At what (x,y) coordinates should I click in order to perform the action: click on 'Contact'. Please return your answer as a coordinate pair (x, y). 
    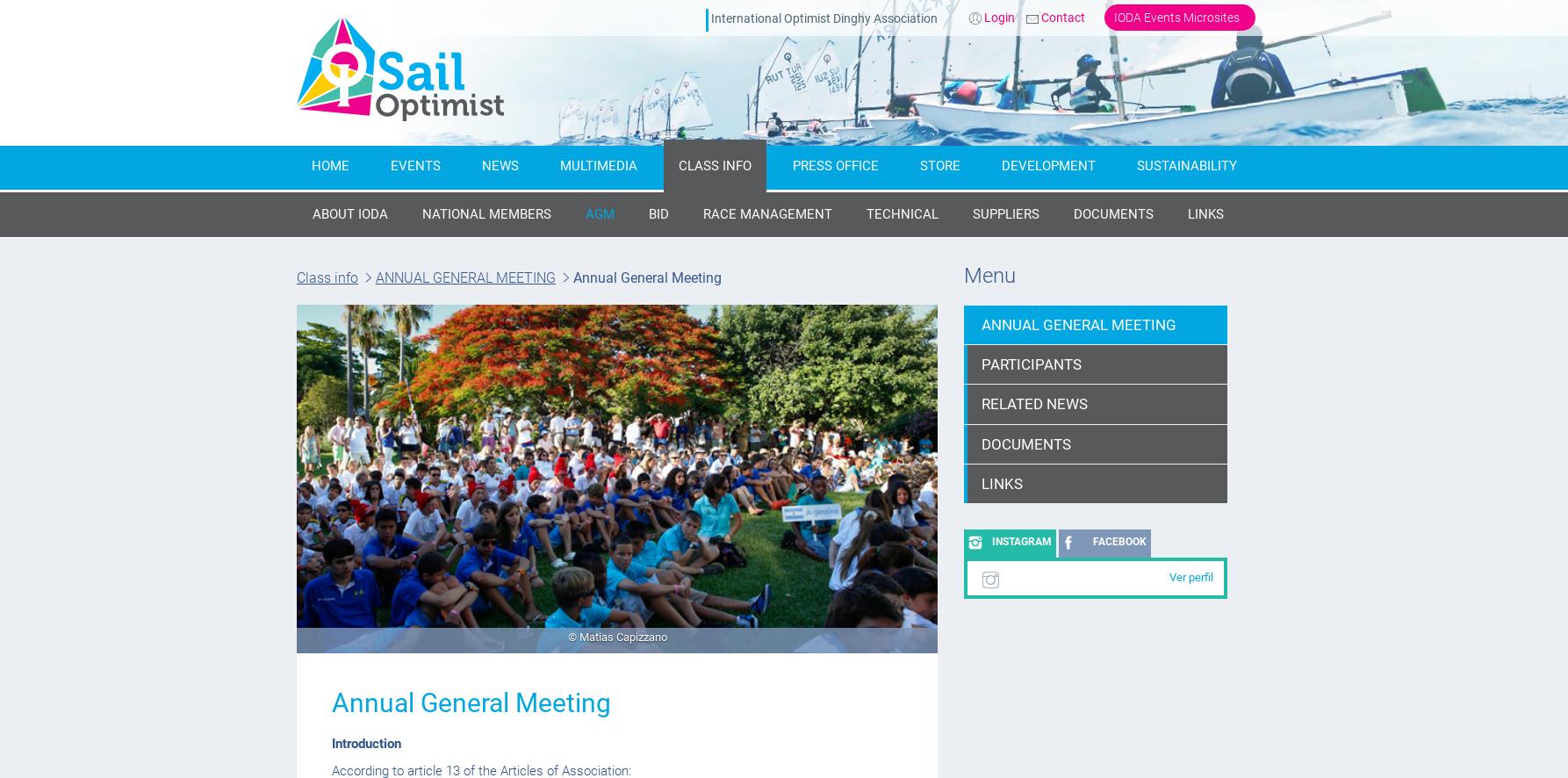
    Looking at the image, I should click on (1040, 18).